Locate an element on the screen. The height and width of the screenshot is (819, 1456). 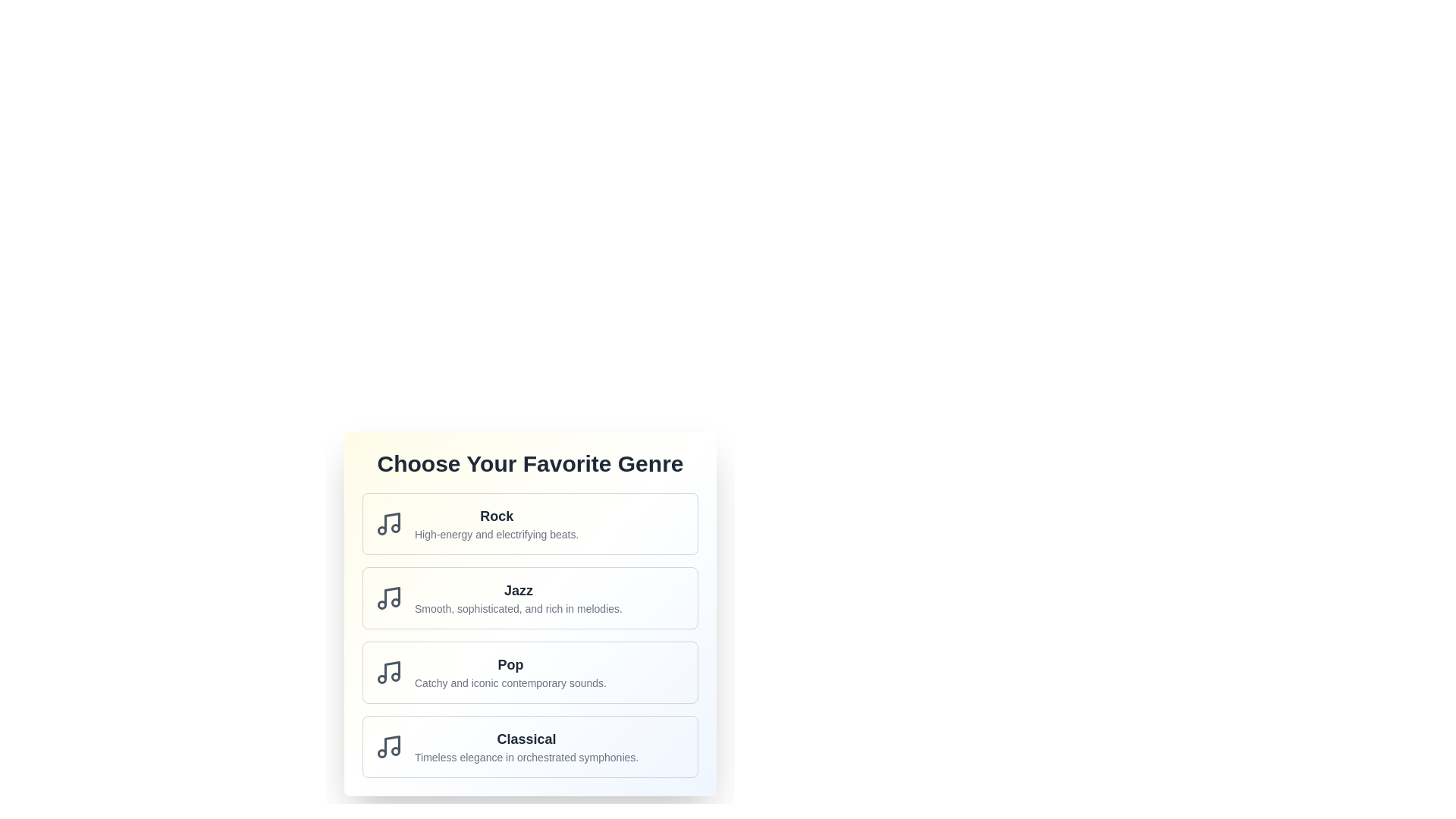
the static text label for the genre 'Jazz' which is the second item in the genre options list is located at coordinates (518, 590).